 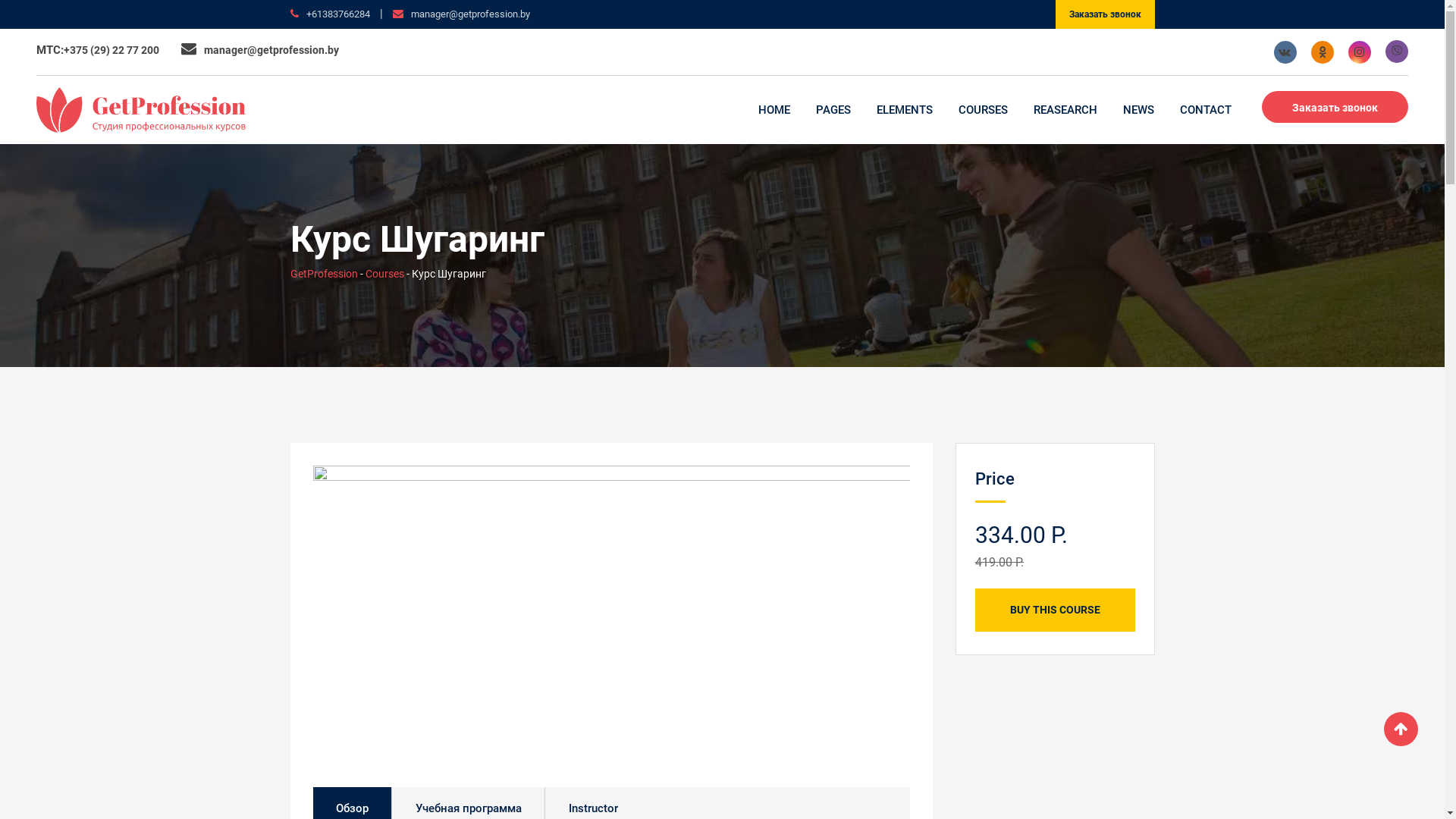 What do you see at coordinates (746, 109) in the screenshot?
I see `'HOME'` at bounding box center [746, 109].